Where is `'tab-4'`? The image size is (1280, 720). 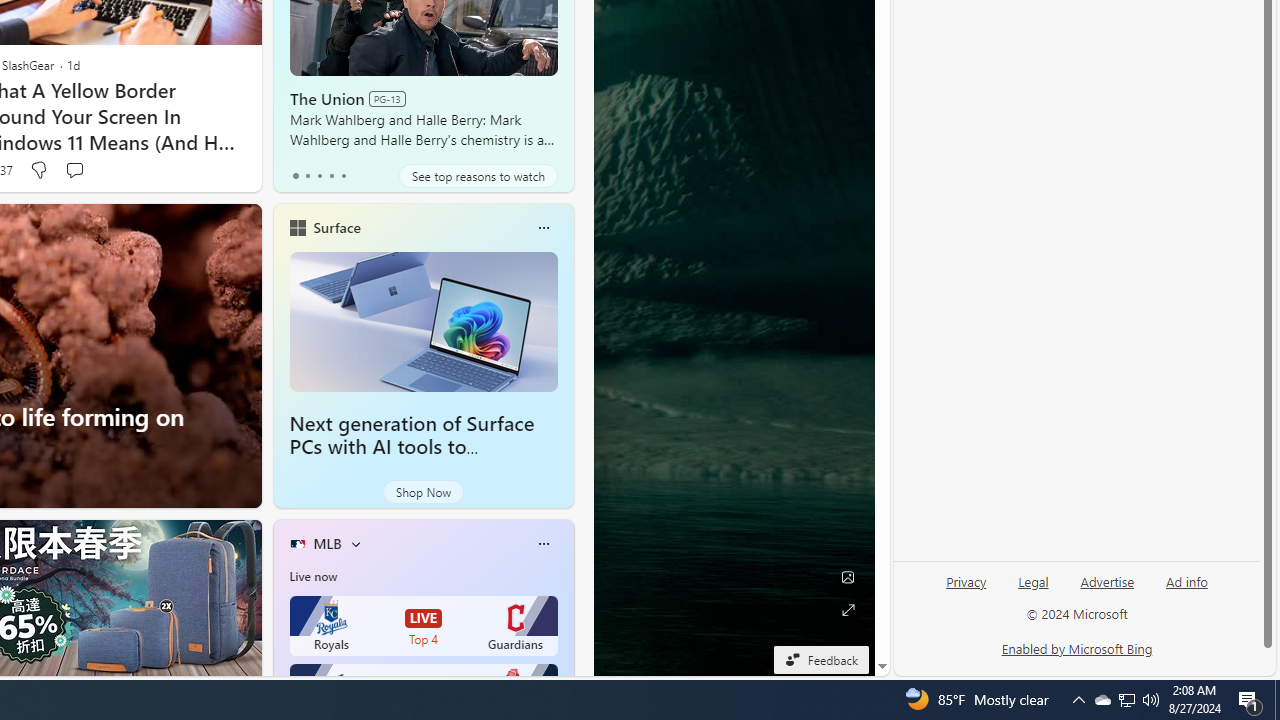
'tab-4' is located at coordinates (343, 175).